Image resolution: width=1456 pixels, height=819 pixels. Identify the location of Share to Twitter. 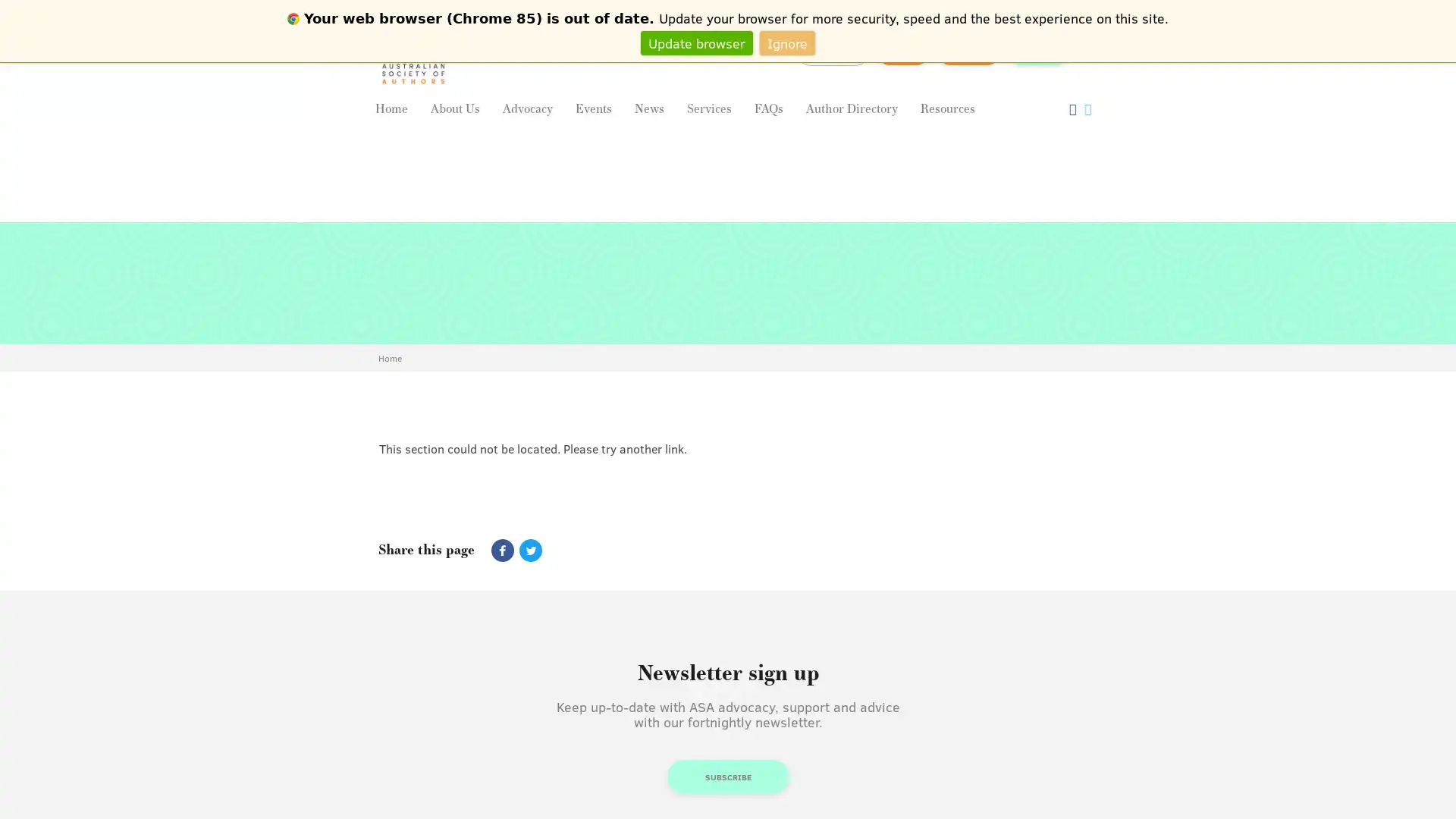
(528, 550).